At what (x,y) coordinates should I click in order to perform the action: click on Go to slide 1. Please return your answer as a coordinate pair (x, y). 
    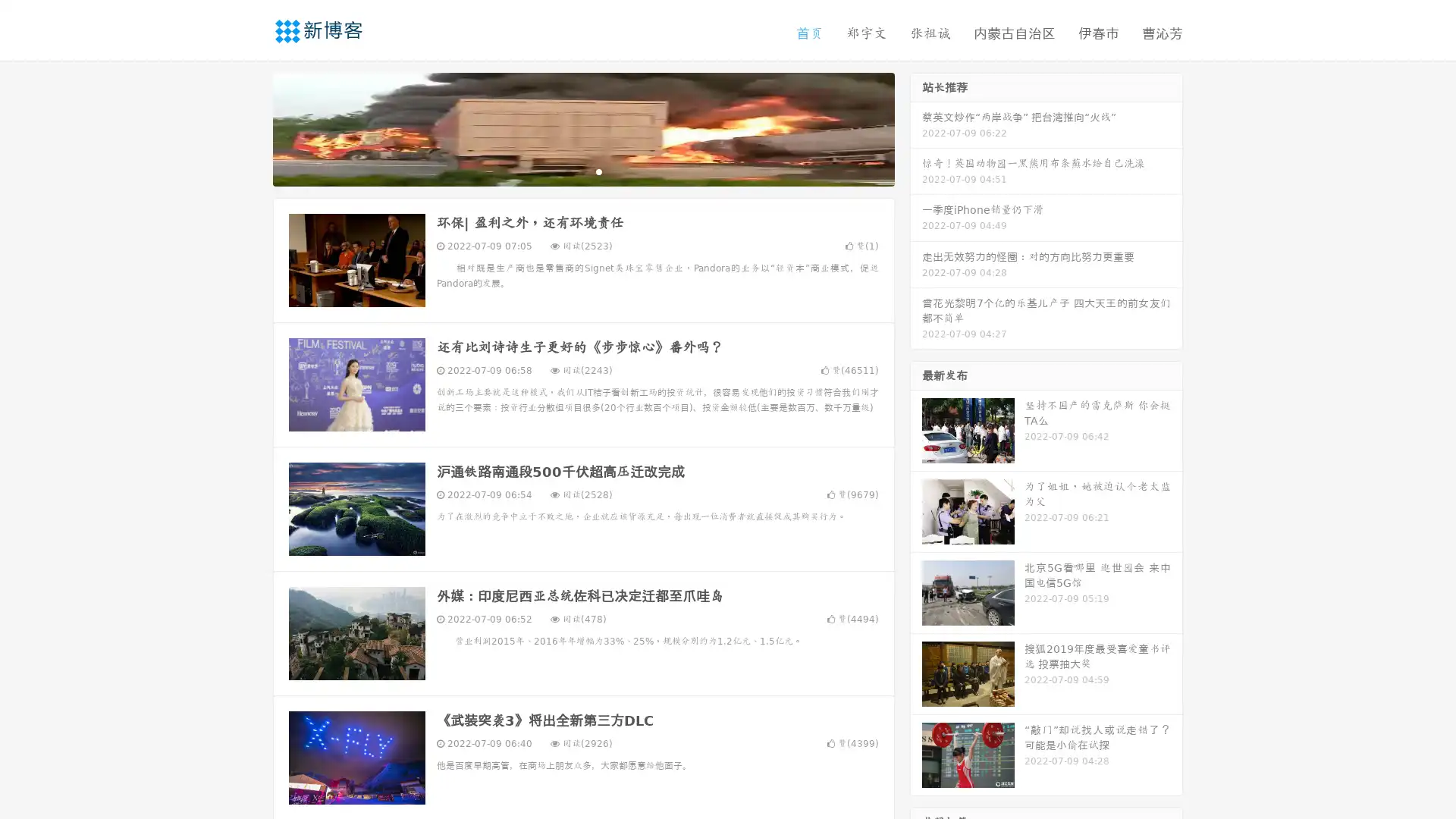
    Looking at the image, I should click on (567, 171).